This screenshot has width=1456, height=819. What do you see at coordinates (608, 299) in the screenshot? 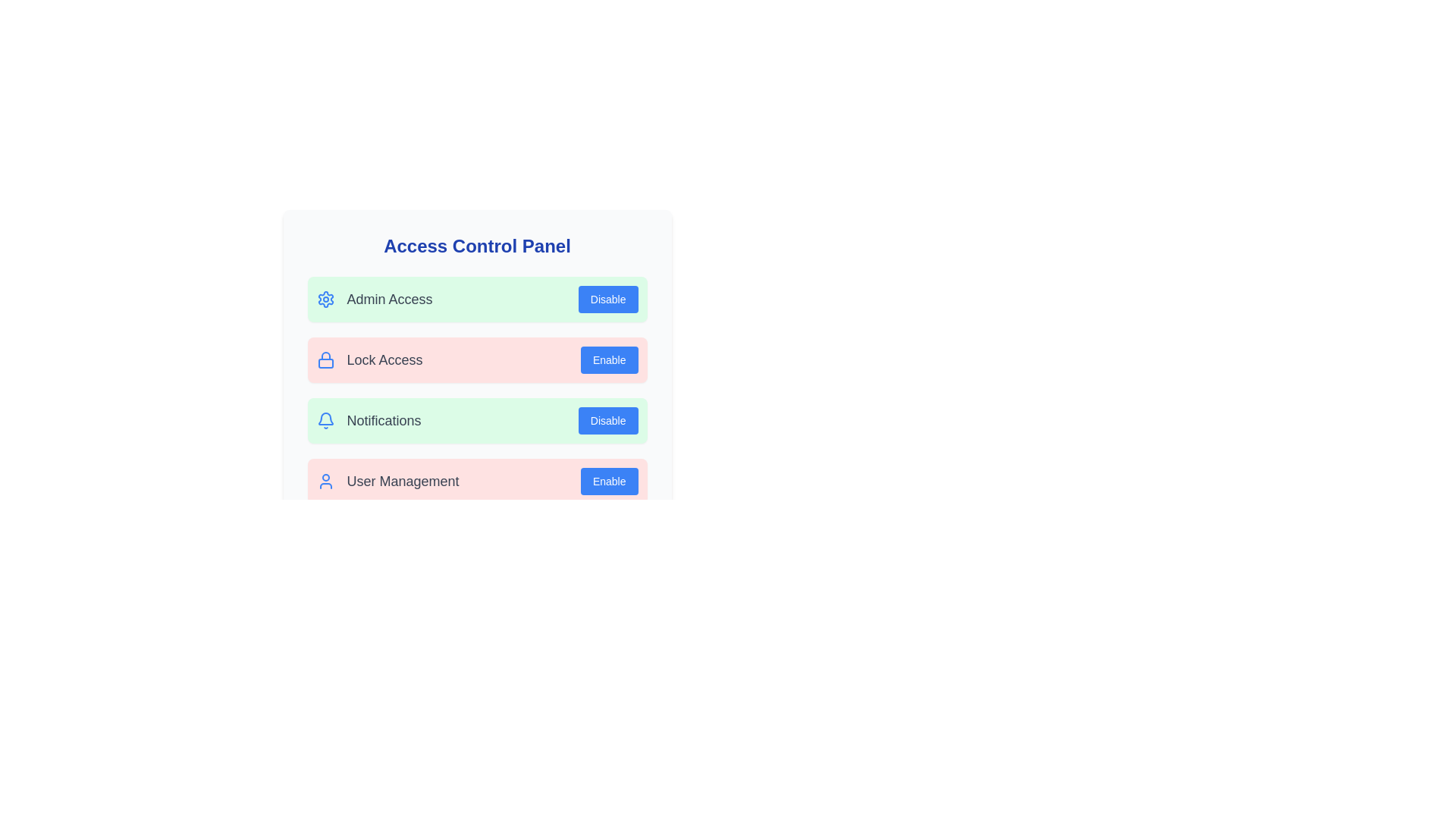
I see `the 'Disable' button for 'Admin Access' to toggle its access` at bounding box center [608, 299].